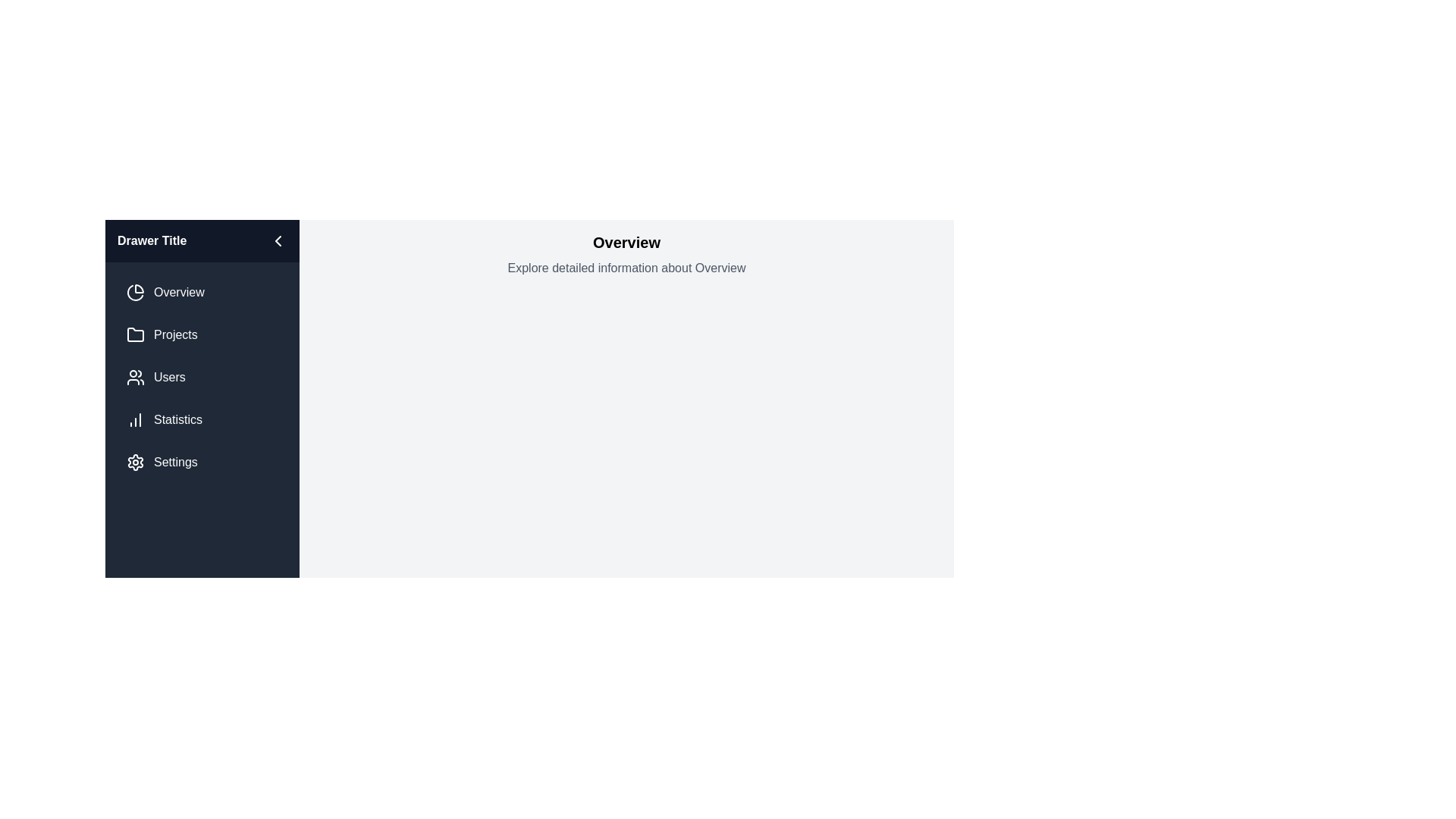  What do you see at coordinates (135, 334) in the screenshot?
I see `the icon next to the menu item labeled Projects` at bounding box center [135, 334].